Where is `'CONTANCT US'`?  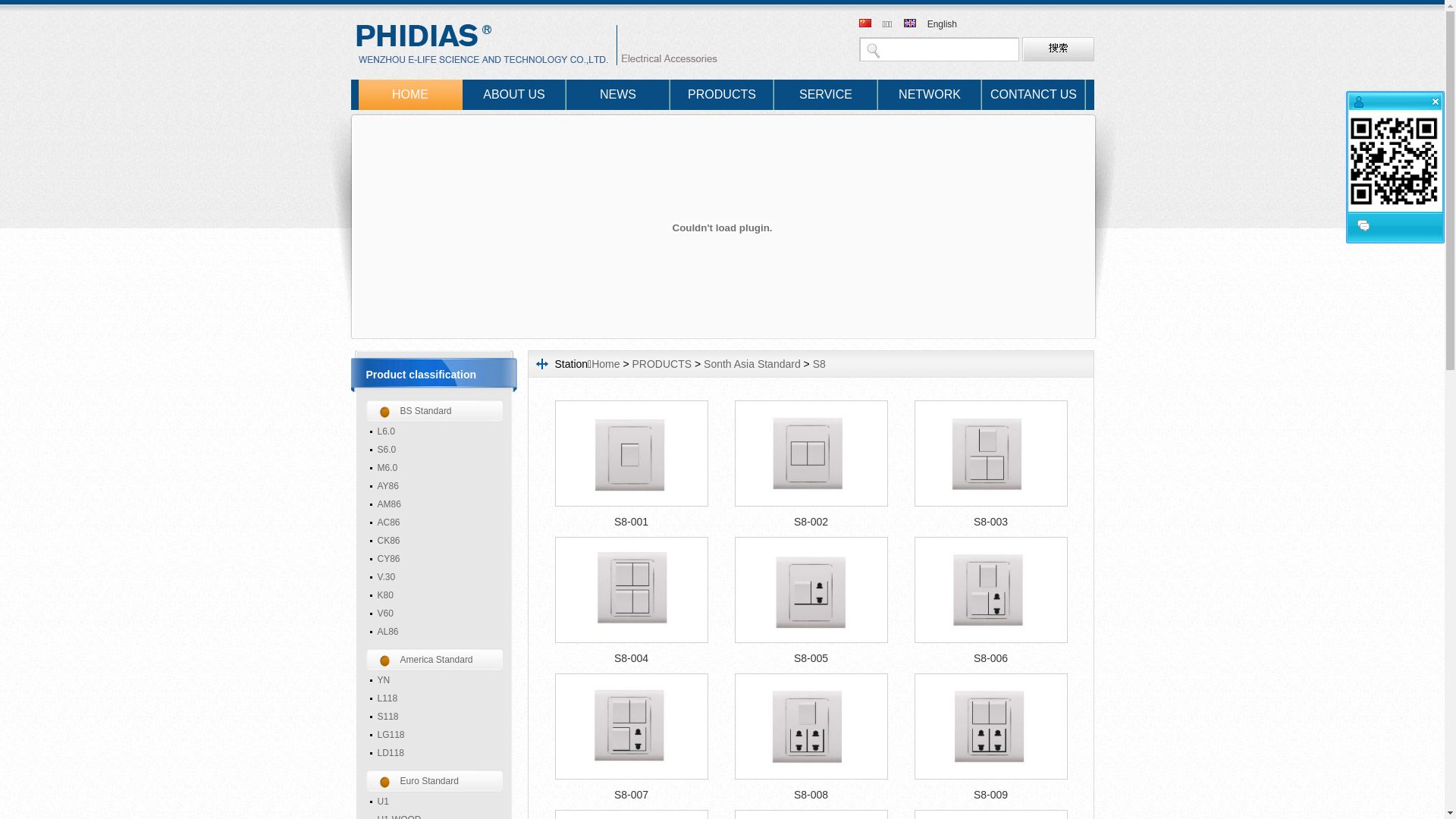
'CONTANCT US' is located at coordinates (1032, 94).